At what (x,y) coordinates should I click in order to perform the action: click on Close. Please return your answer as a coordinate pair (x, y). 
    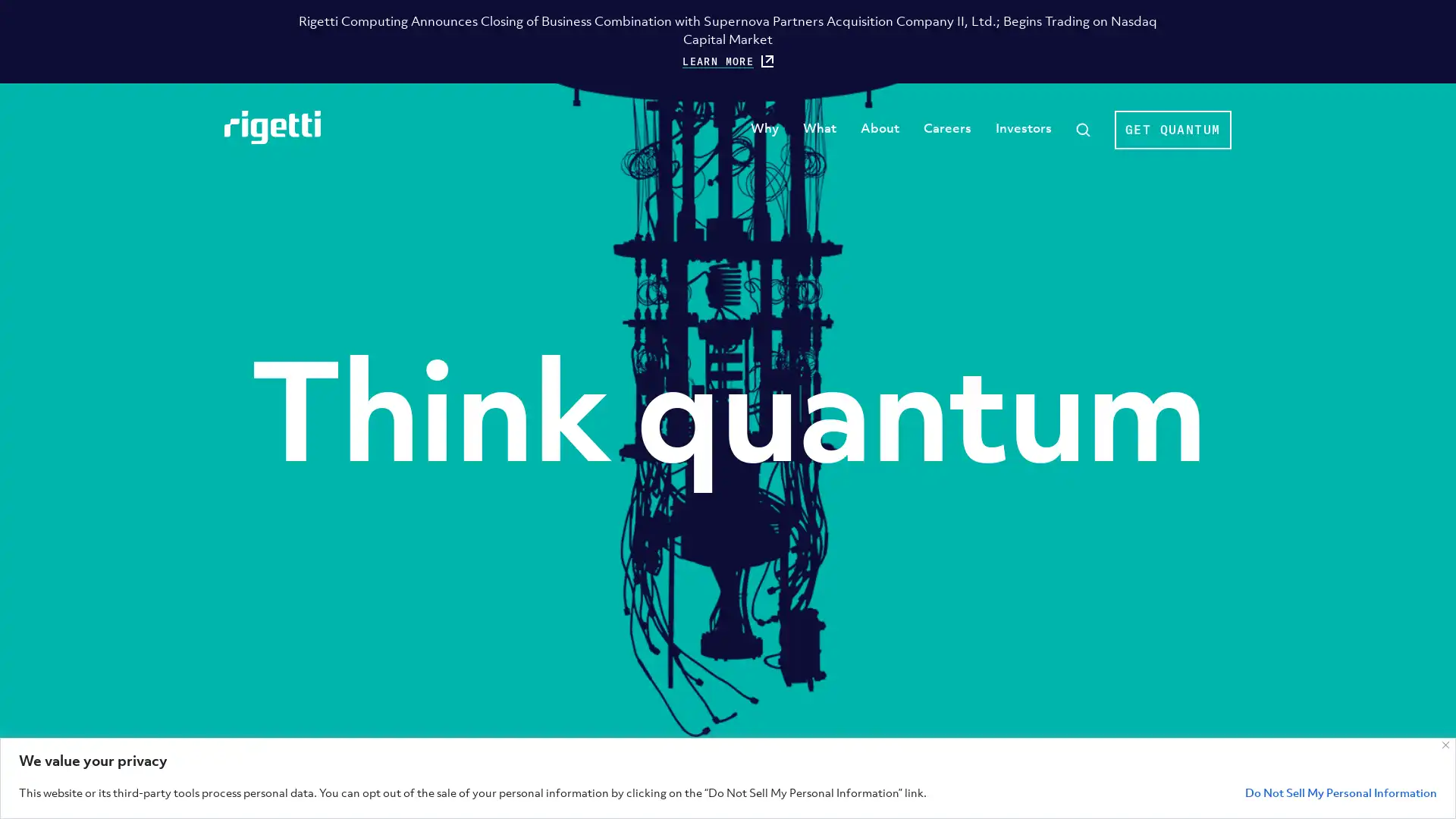
    Looking at the image, I should click on (1445, 744).